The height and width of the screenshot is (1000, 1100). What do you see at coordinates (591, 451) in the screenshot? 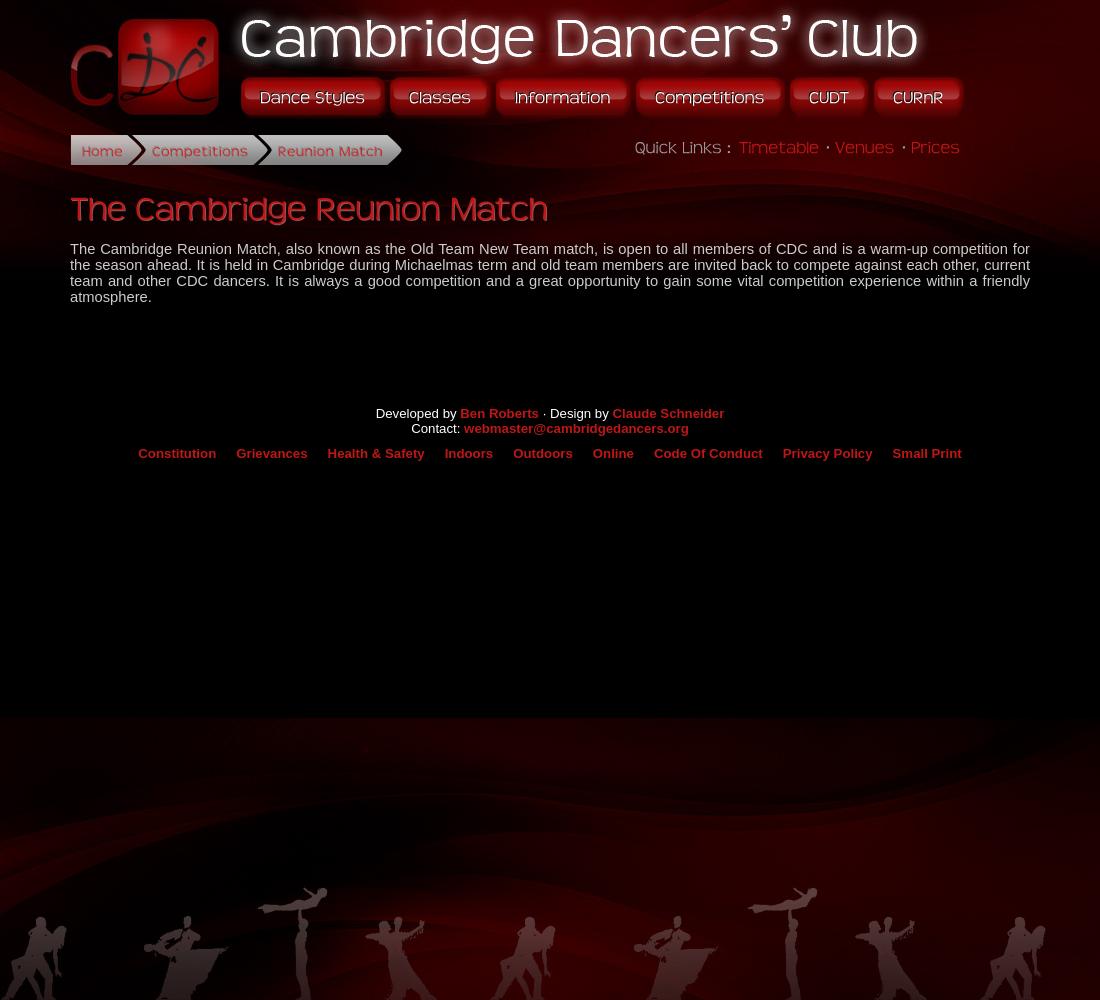
I see `'Online'` at bounding box center [591, 451].